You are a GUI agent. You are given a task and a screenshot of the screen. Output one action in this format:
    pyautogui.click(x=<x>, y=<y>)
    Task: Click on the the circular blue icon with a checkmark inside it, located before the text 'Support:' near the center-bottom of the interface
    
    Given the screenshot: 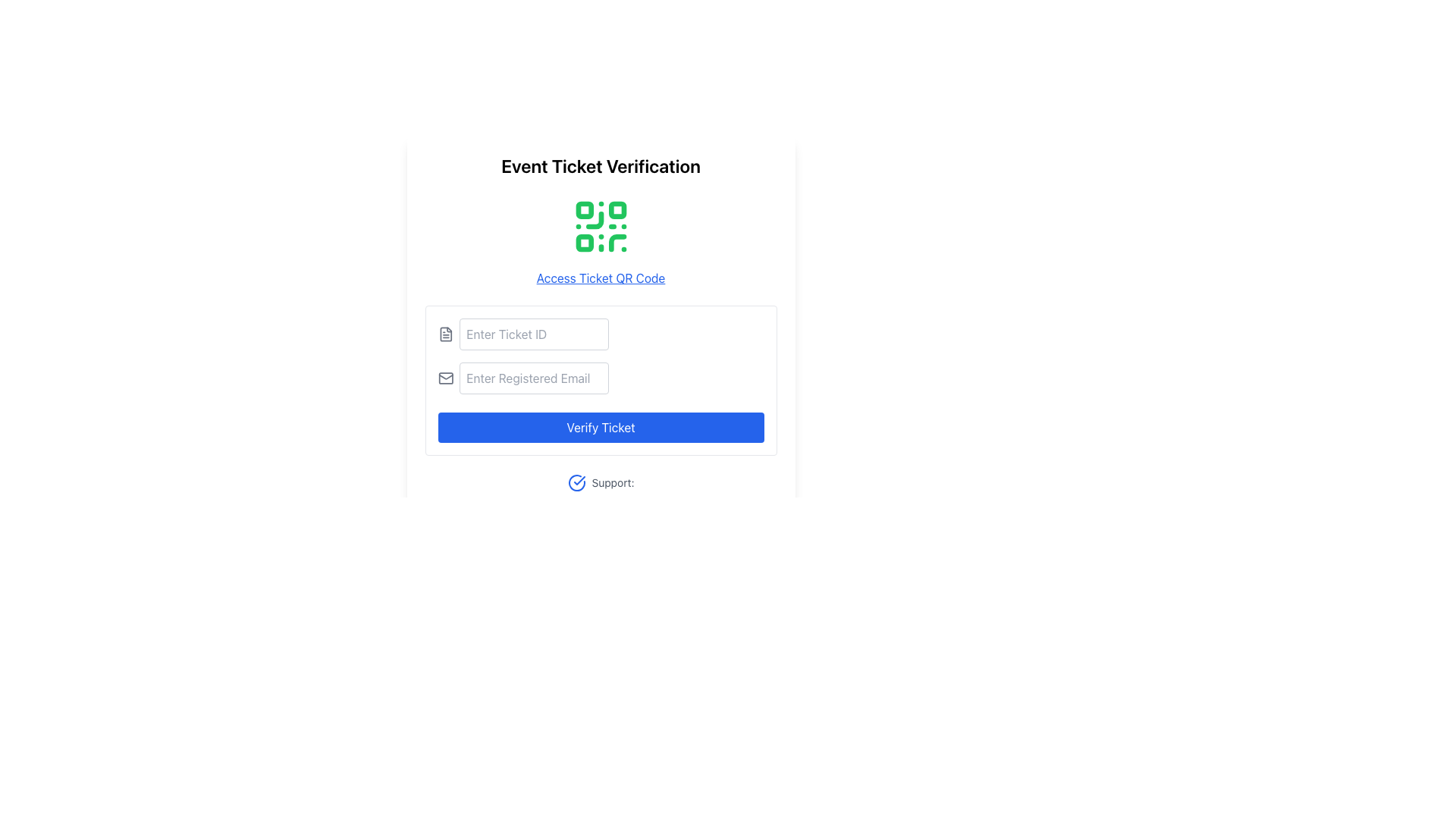 What is the action you would take?
    pyautogui.click(x=576, y=482)
    